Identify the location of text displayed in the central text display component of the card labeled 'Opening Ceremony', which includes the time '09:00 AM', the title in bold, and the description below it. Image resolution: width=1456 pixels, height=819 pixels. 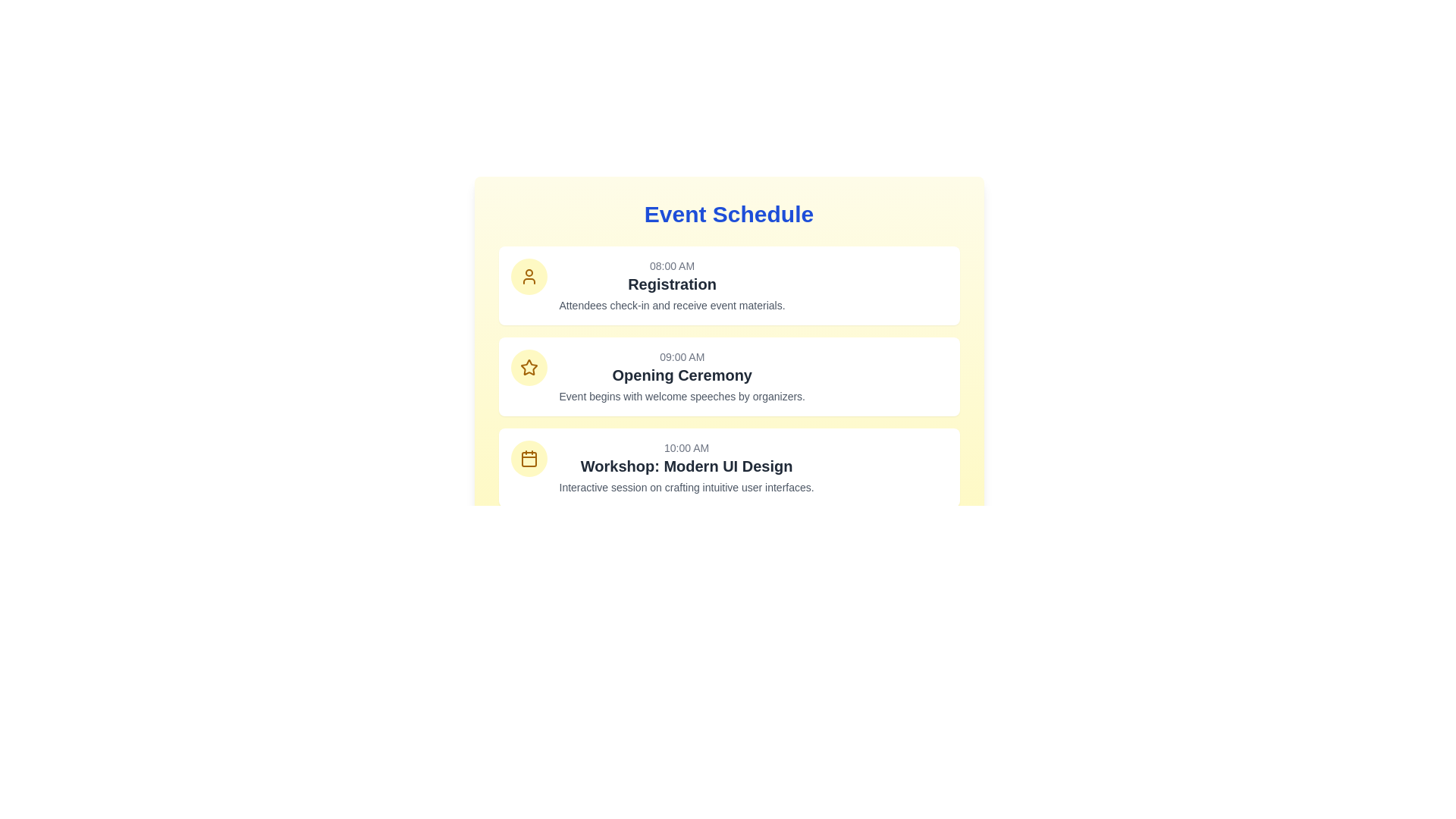
(681, 376).